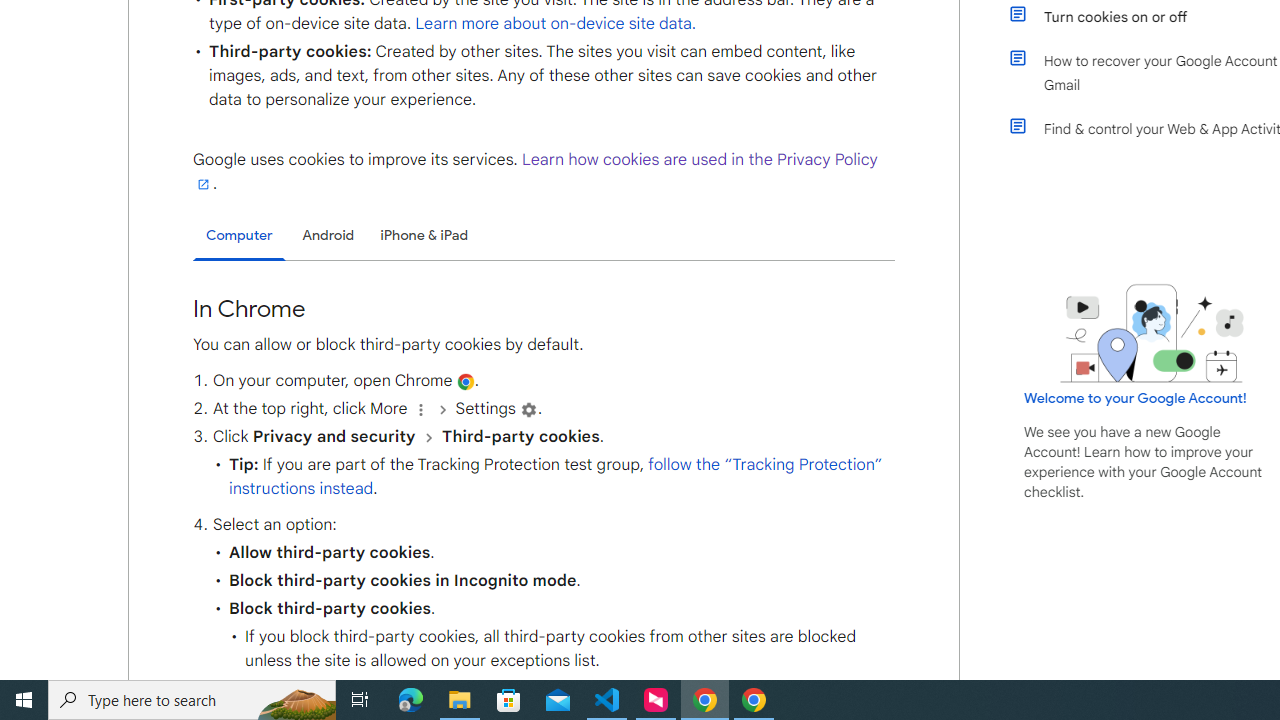 The image size is (1280, 720). What do you see at coordinates (535, 170) in the screenshot?
I see `'Learn how cookies are used in the Privacy Policy'` at bounding box center [535, 170].